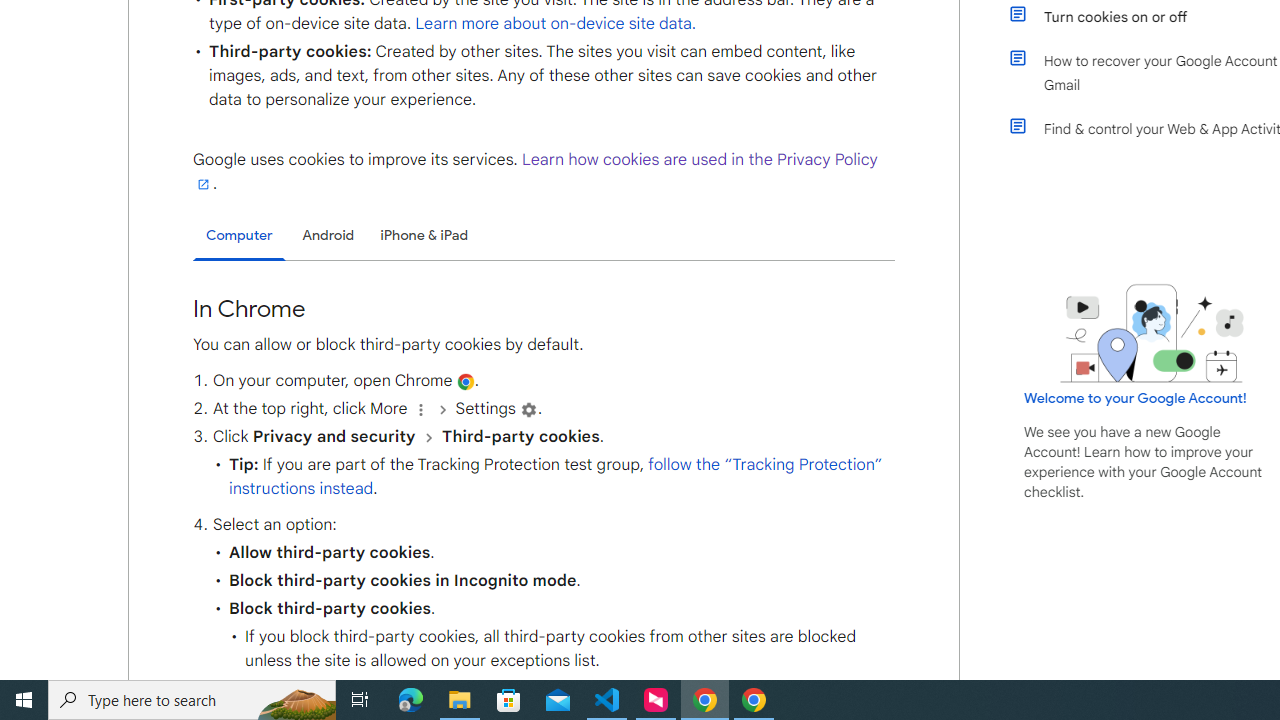 The image size is (1280, 720). What do you see at coordinates (535, 170) in the screenshot?
I see `'Learn how cookies are used in the Privacy Policy'` at bounding box center [535, 170].